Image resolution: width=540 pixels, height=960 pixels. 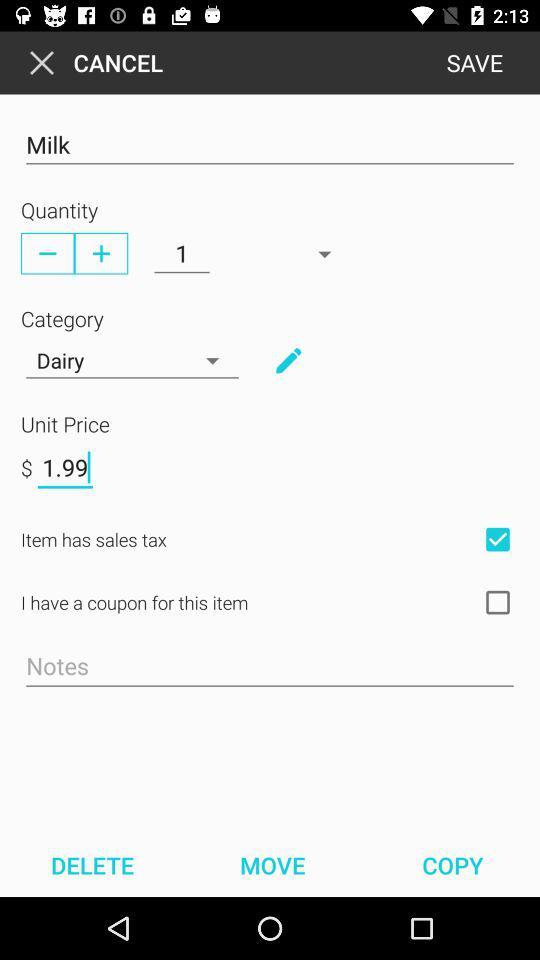 What do you see at coordinates (100, 252) in the screenshot?
I see `plus` at bounding box center [100, 252].